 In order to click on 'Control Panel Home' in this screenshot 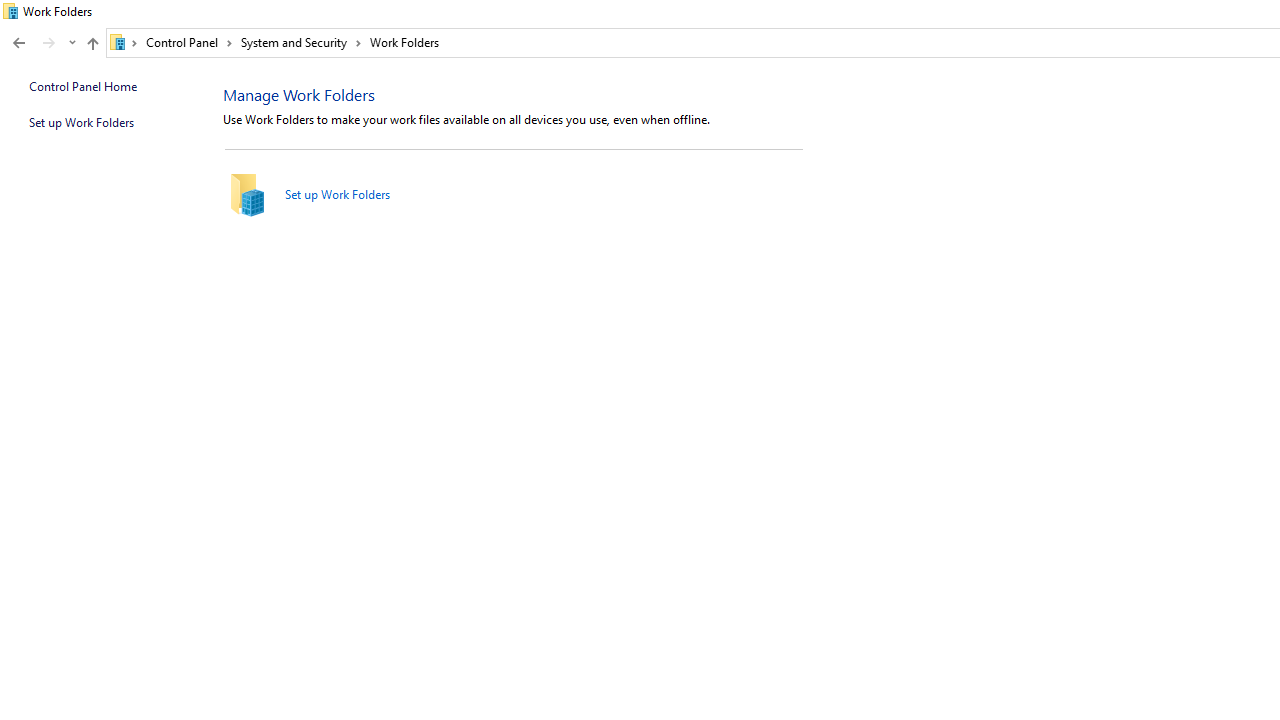, I will do `click(82, 85)`.